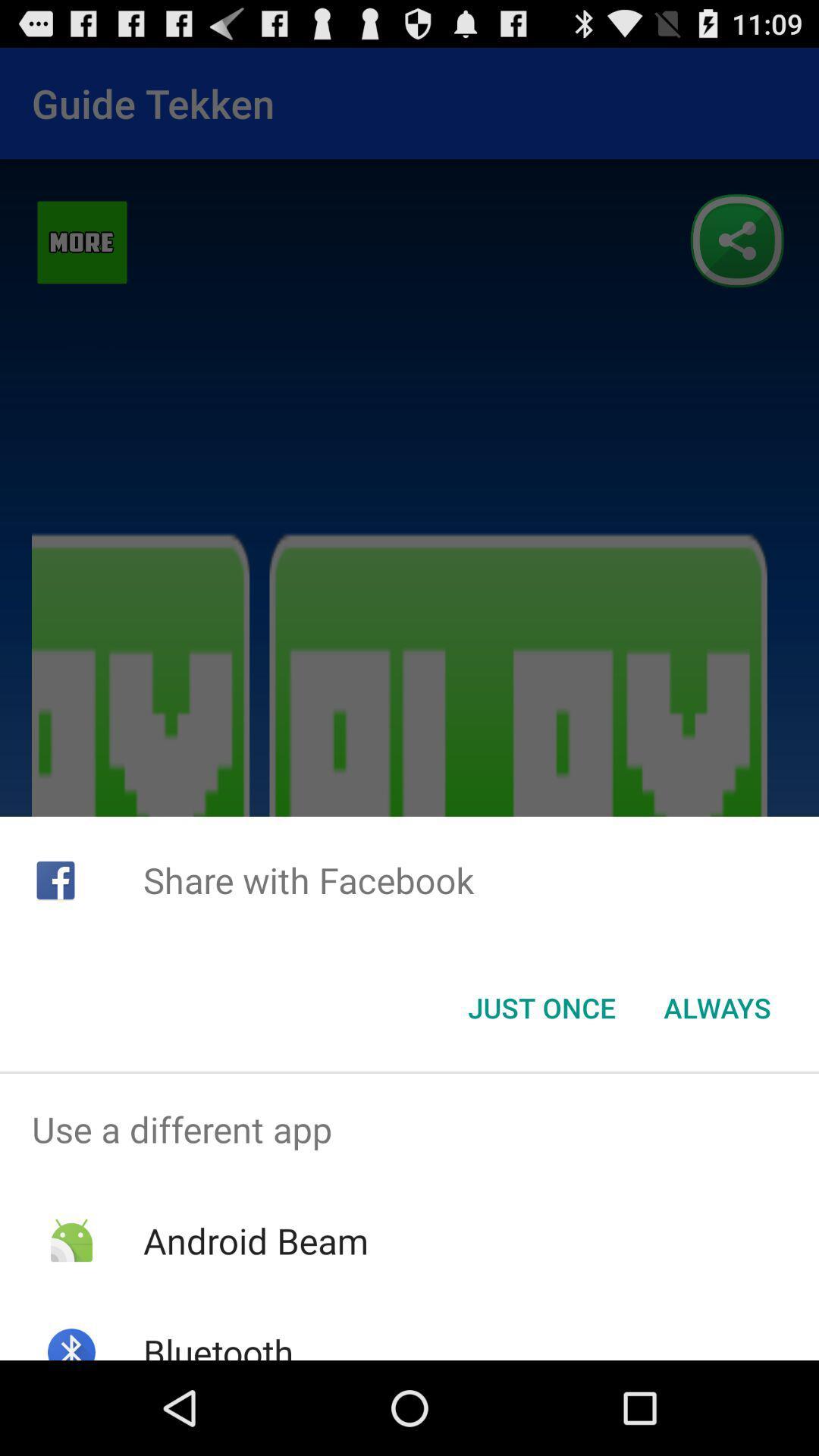 The image size is (819, 1456). What do you see at coordinates (541, 1008) in the screenshot?
I see `just once` at bounding box center [541, 1008].